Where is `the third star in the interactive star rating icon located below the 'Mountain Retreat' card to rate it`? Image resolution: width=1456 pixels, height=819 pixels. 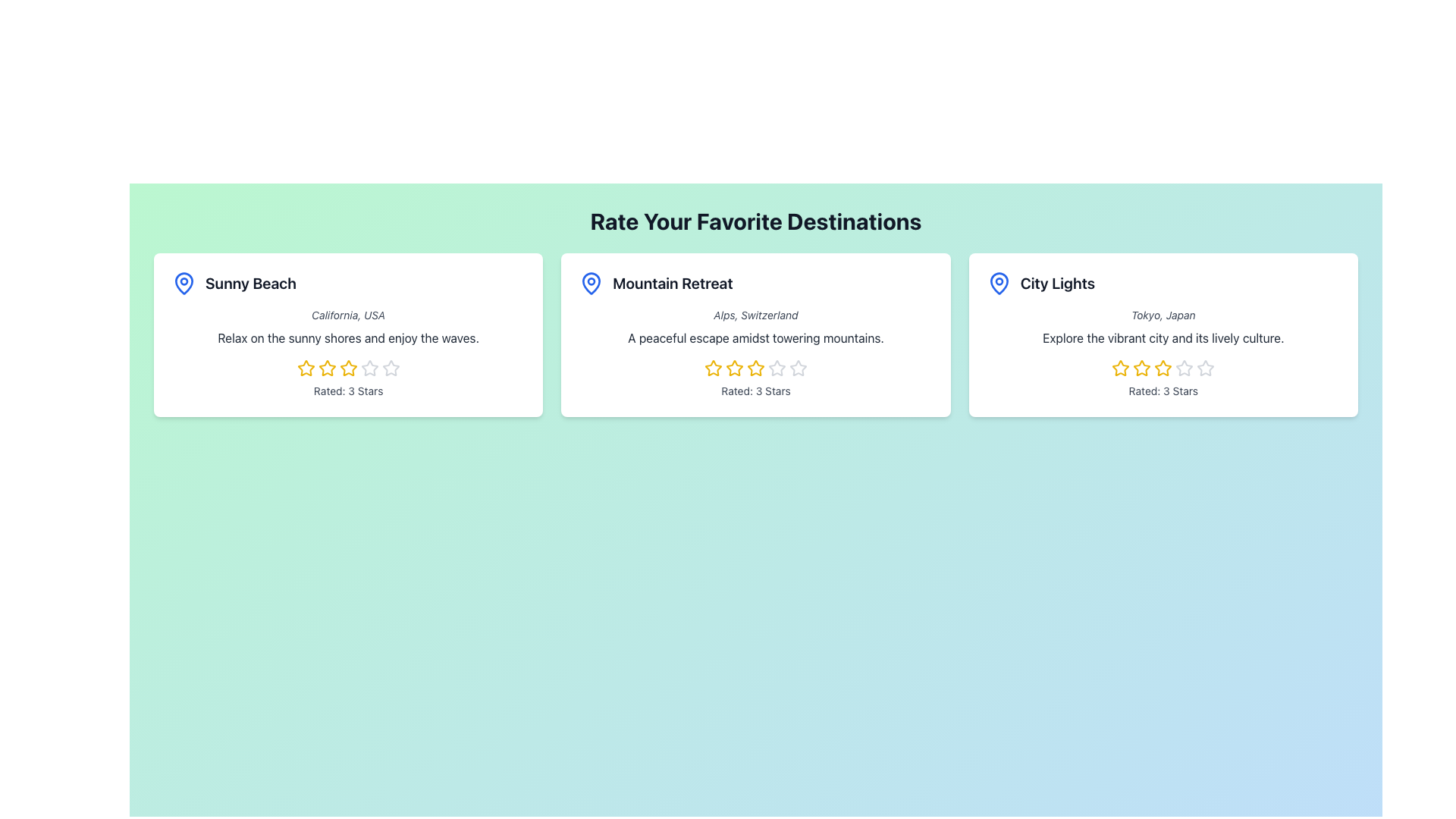 the third star in the interactive star rating icon located below the 'Mountain Retreat' card to rate it is located at coordinates (735, 369).